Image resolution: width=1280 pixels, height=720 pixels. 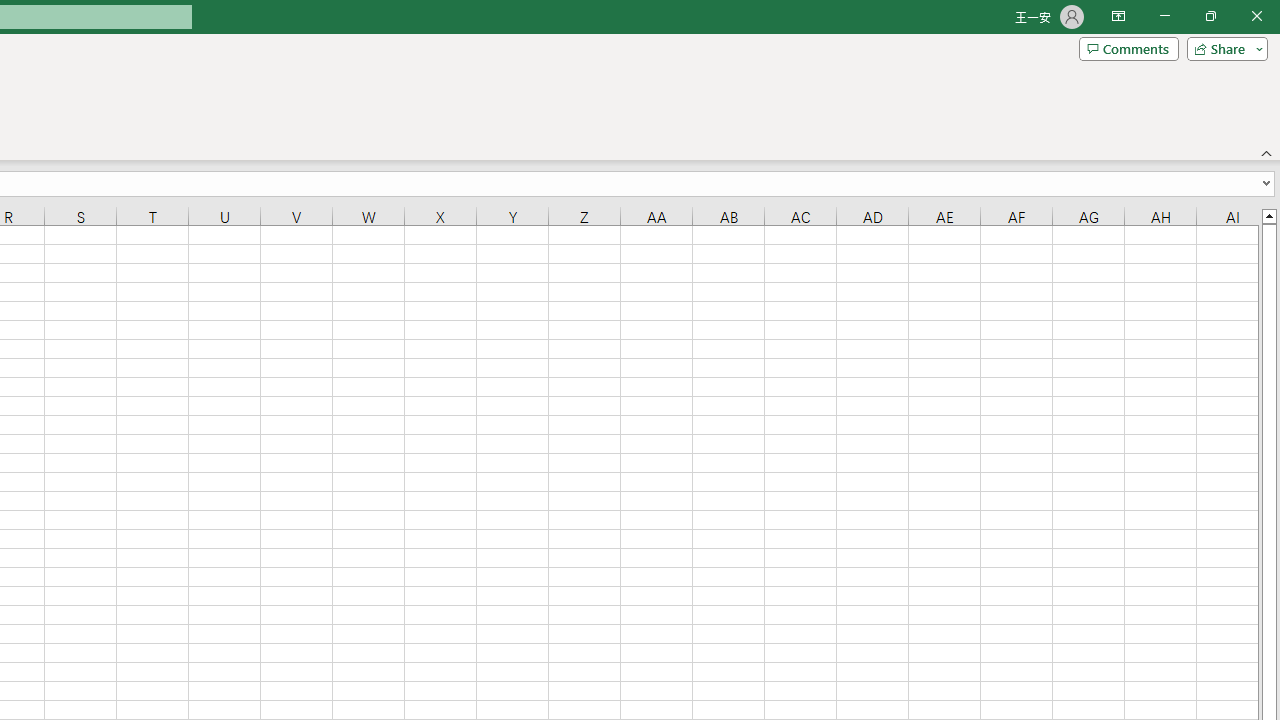 I want to click on 'Collapse the Ribbon', so click(x=1266, y=152).